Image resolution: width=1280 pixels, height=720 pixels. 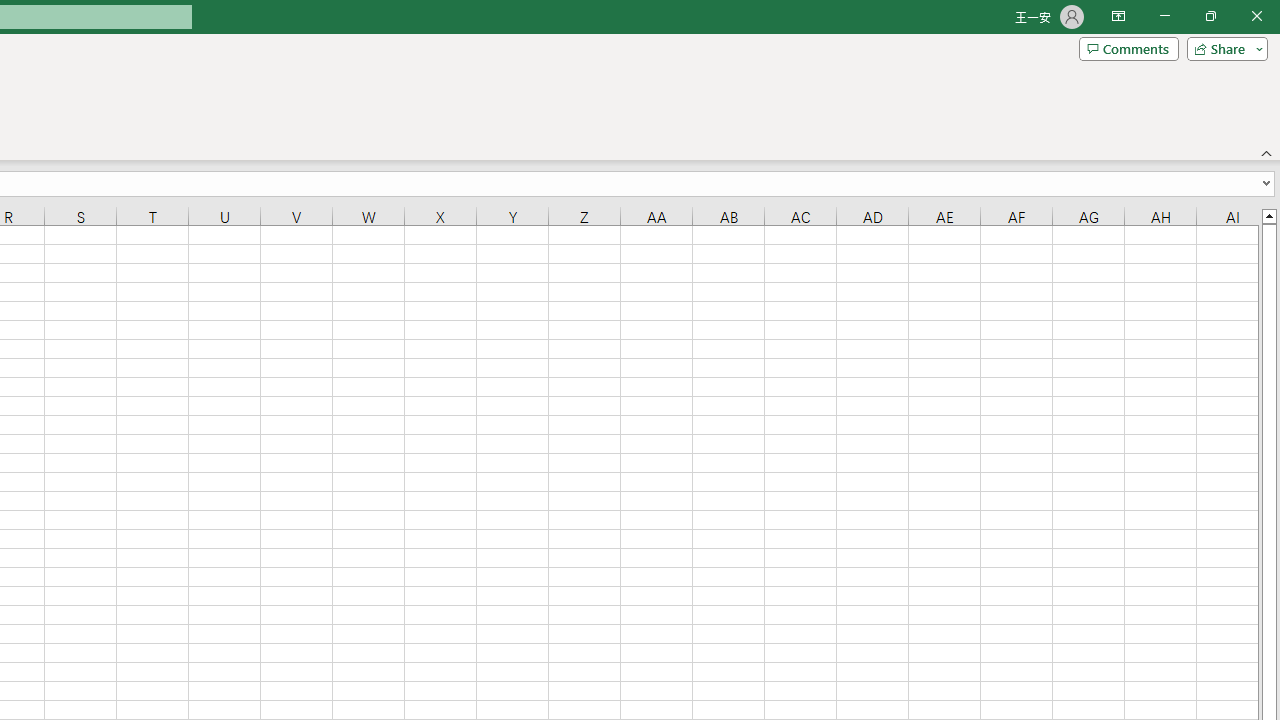 I want to click on 'Collapse the Ribbon', so click(x=1266, y=152).